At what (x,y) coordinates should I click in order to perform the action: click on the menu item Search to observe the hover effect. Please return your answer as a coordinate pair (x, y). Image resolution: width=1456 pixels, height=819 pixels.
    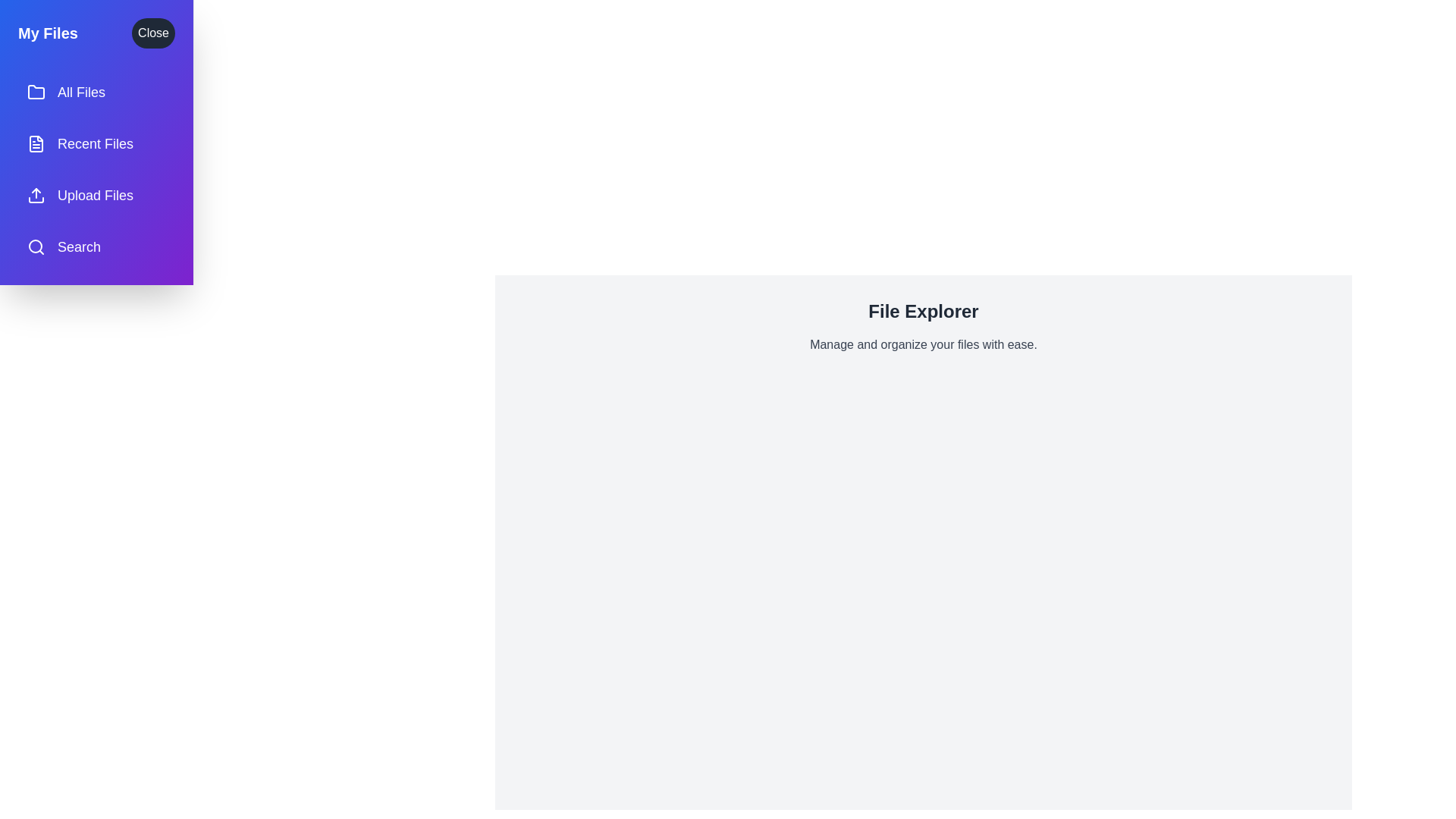
    Looking at the image, I should click on (96, 246).